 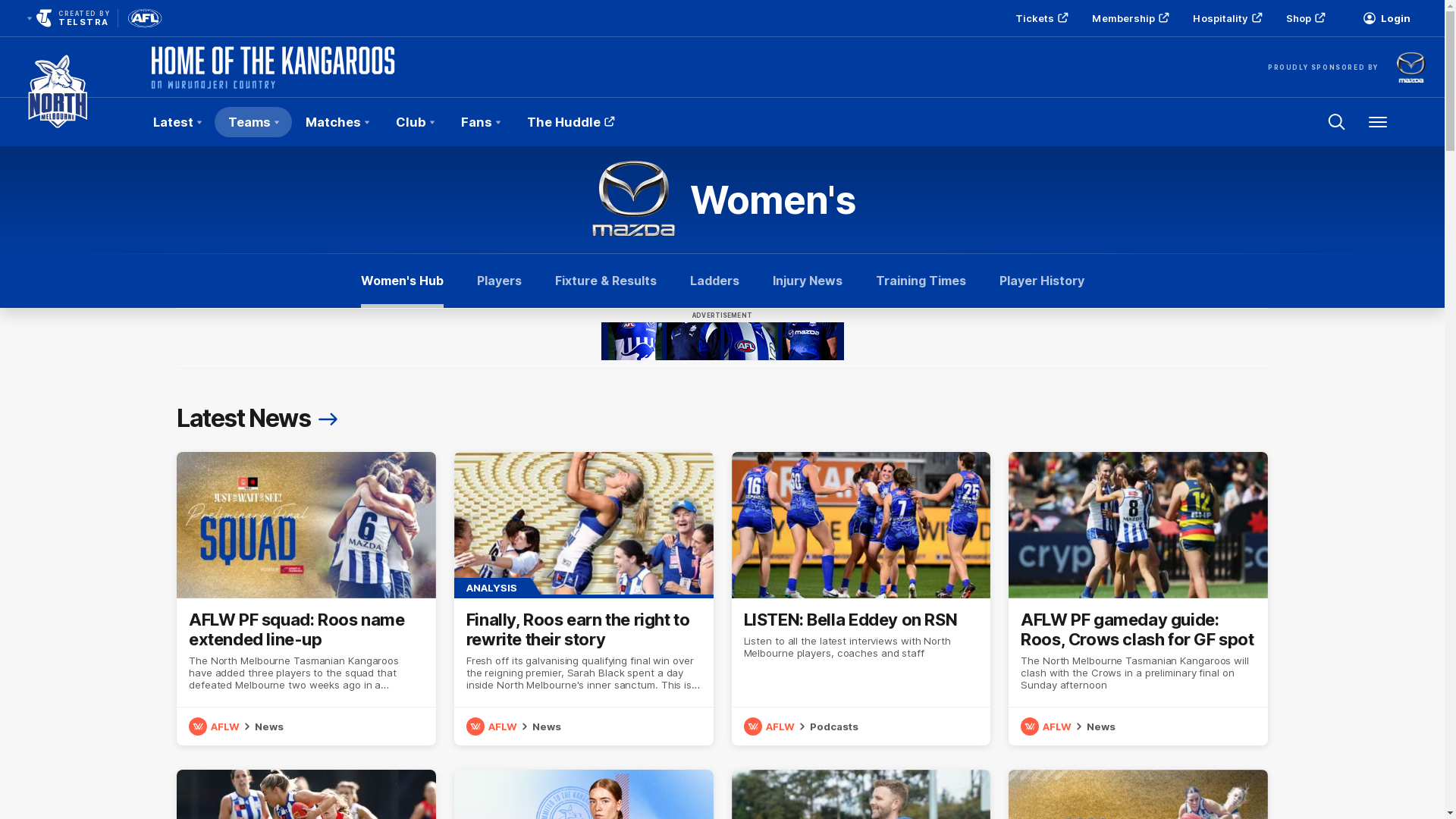 I want to click on 'CREATED BY, so click(x=65, y=17).